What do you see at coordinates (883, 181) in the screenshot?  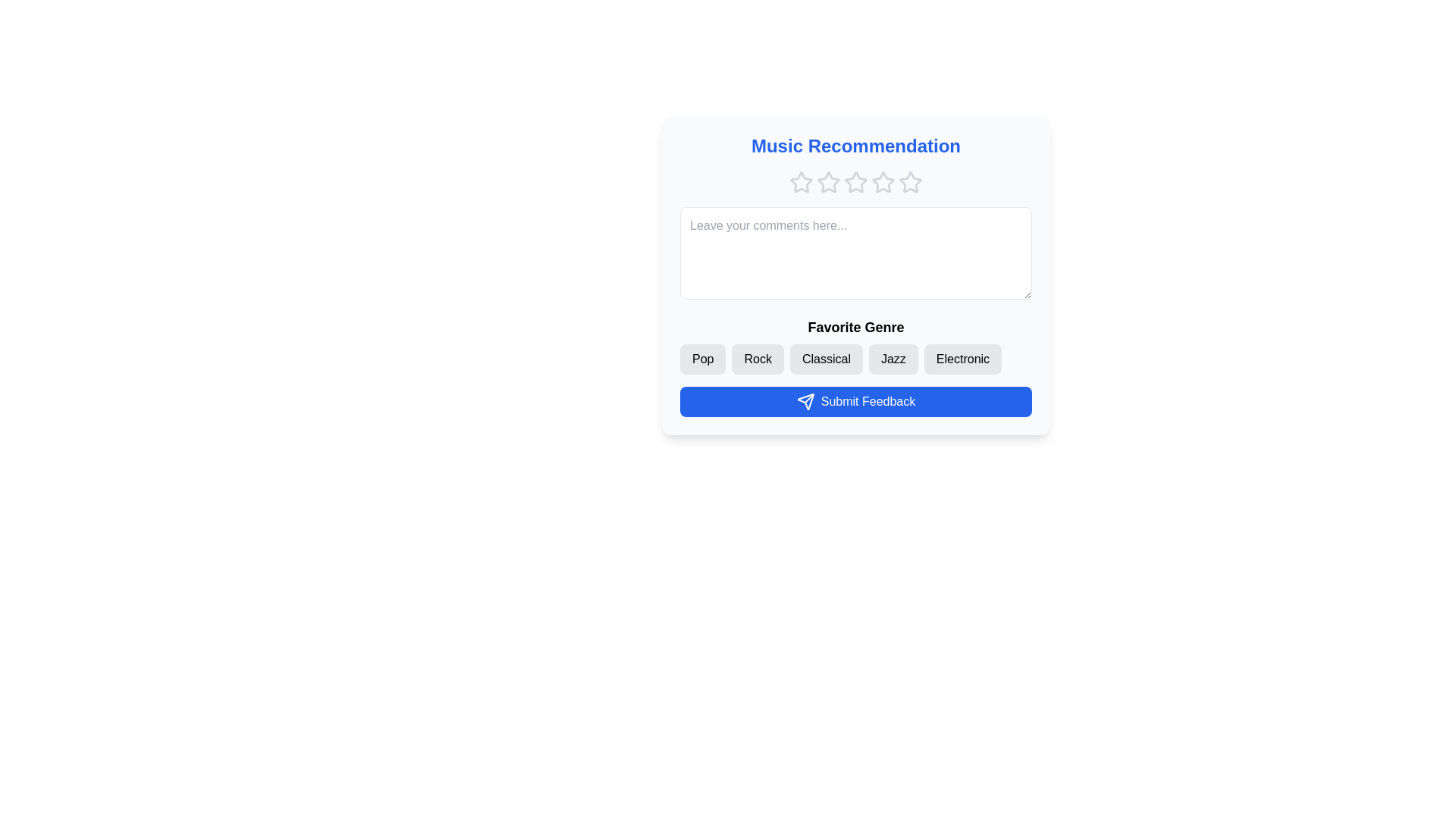 I see `the fourth star icon in the Music Recommendation section` at bounding box center [883, 181].